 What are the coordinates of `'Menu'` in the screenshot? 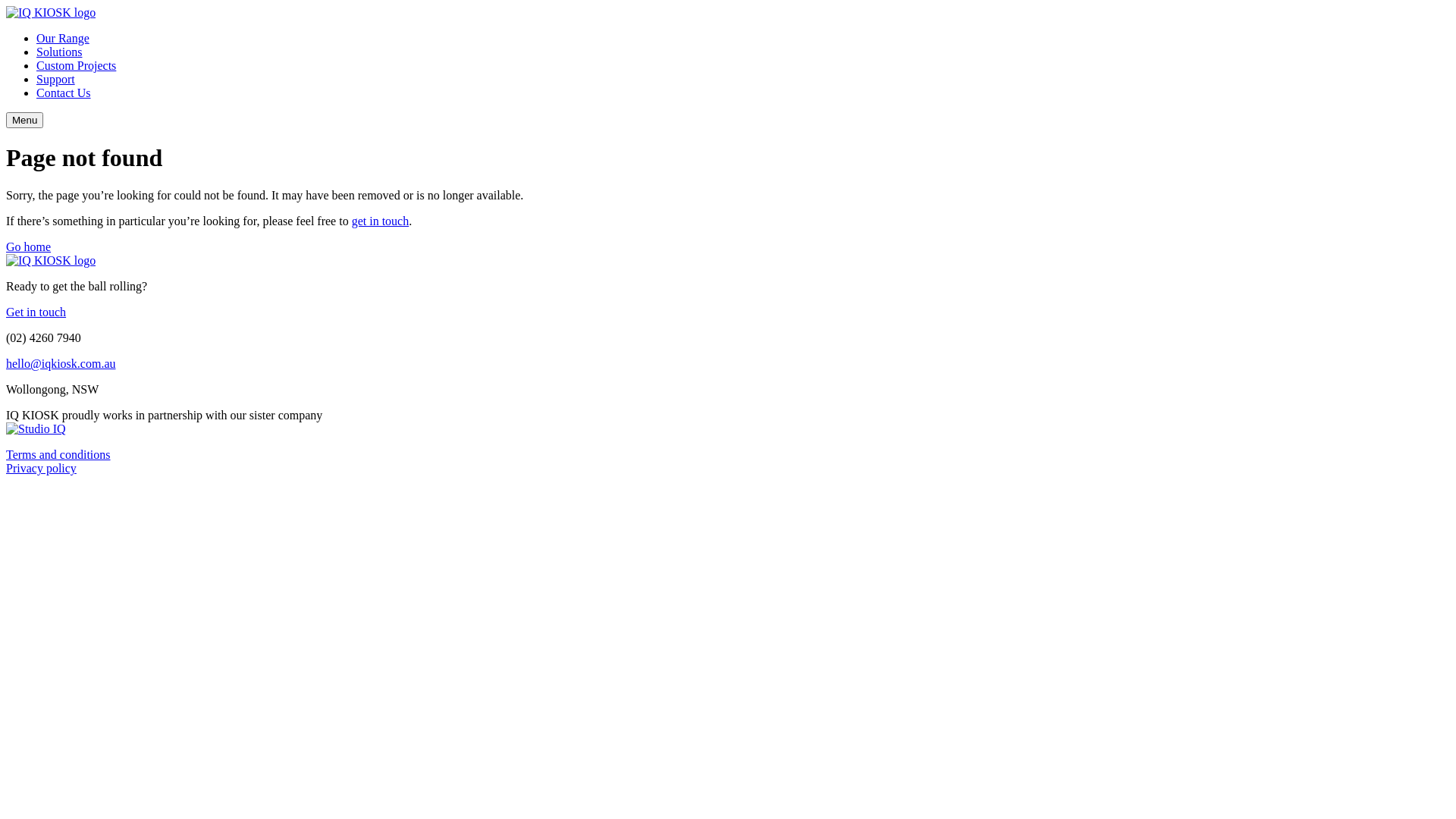 It's located at (24, 119).